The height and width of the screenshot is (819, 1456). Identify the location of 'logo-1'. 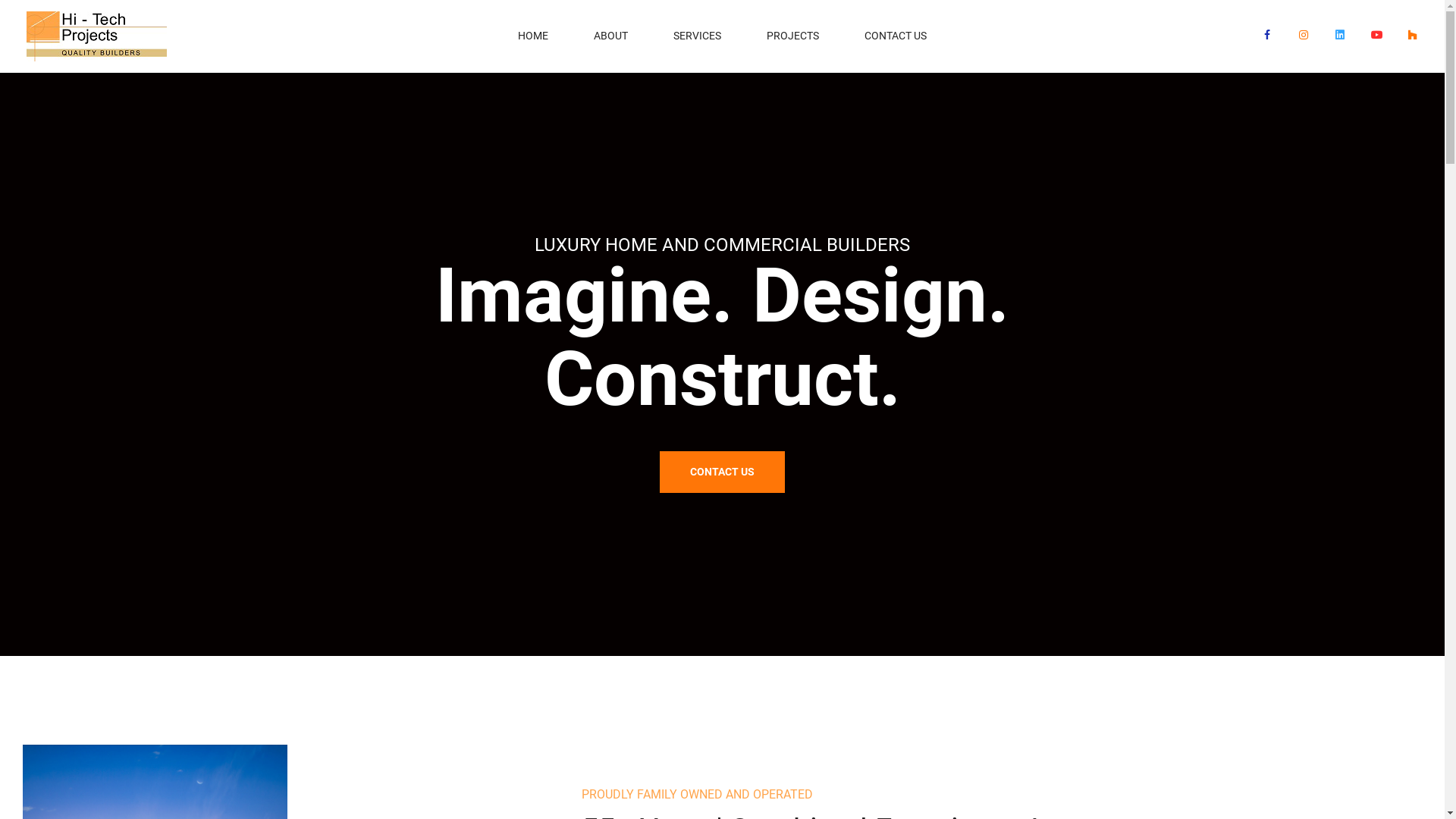
(96, 35).